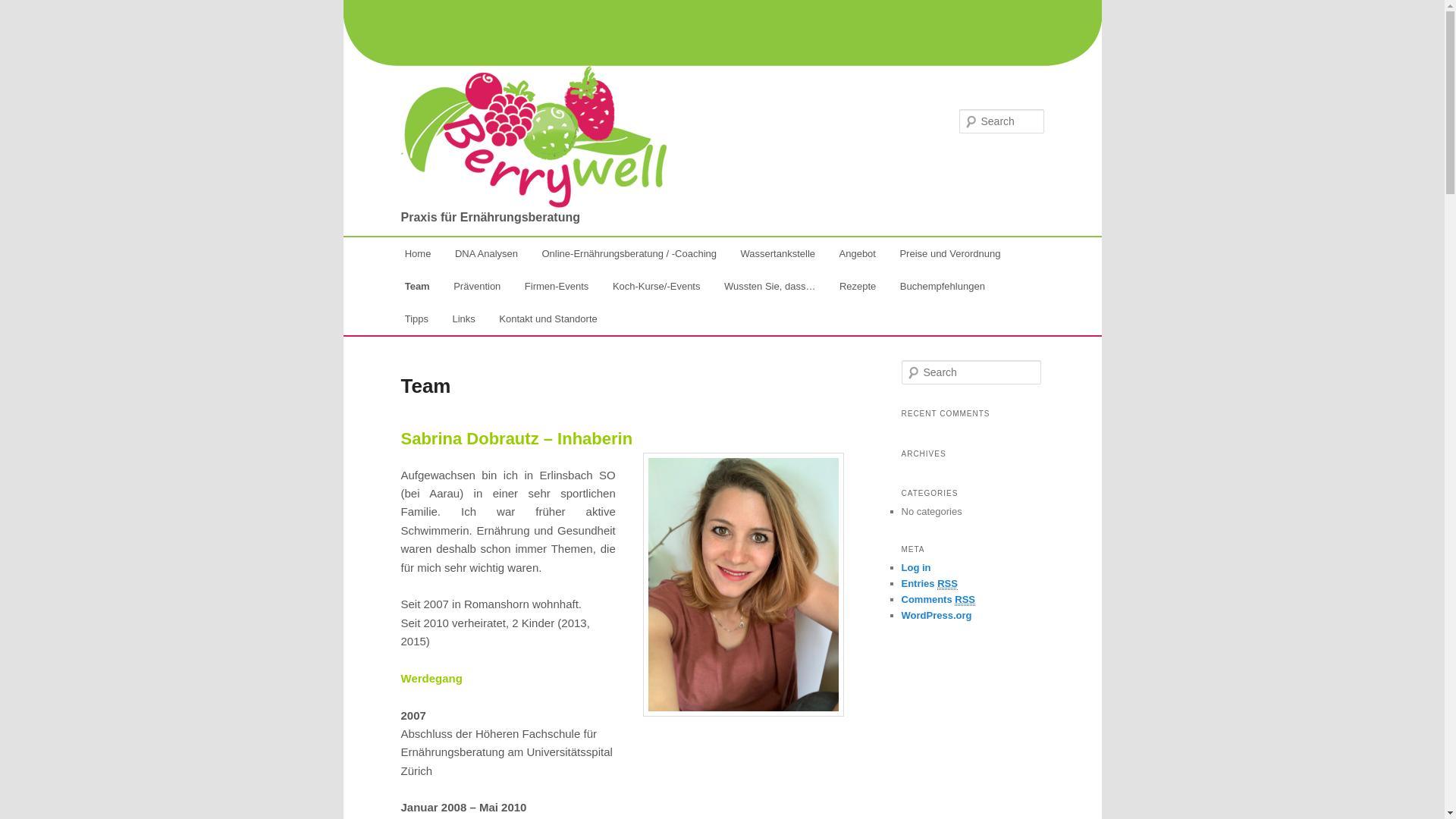  What do you see at coordinates (556, 286) in the screenshot?
I see `'Firmen-Events'` at bounding box center [556, 286].